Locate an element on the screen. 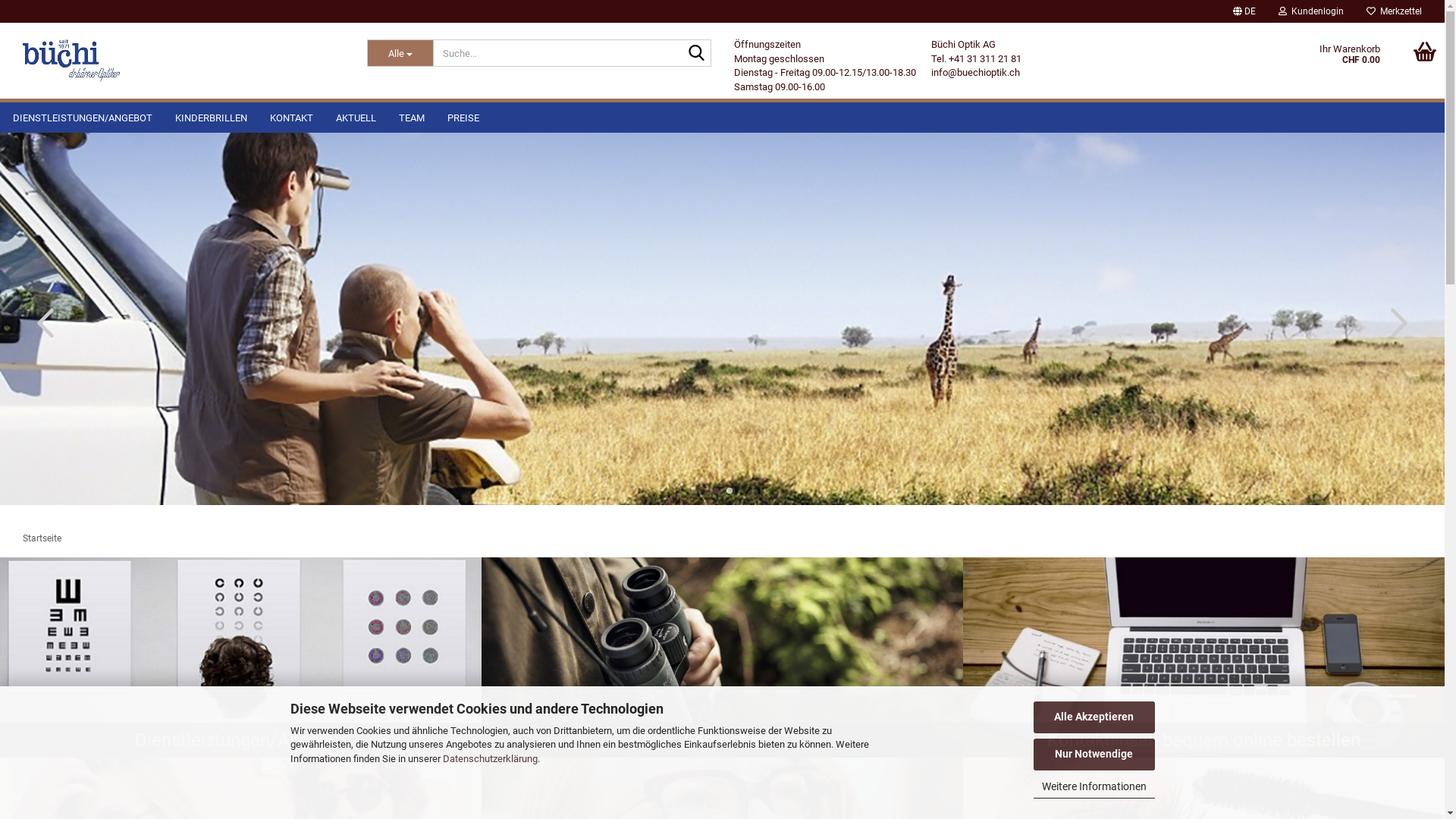  'Ihr Warenkorb is located at coordinates (1297, 60).